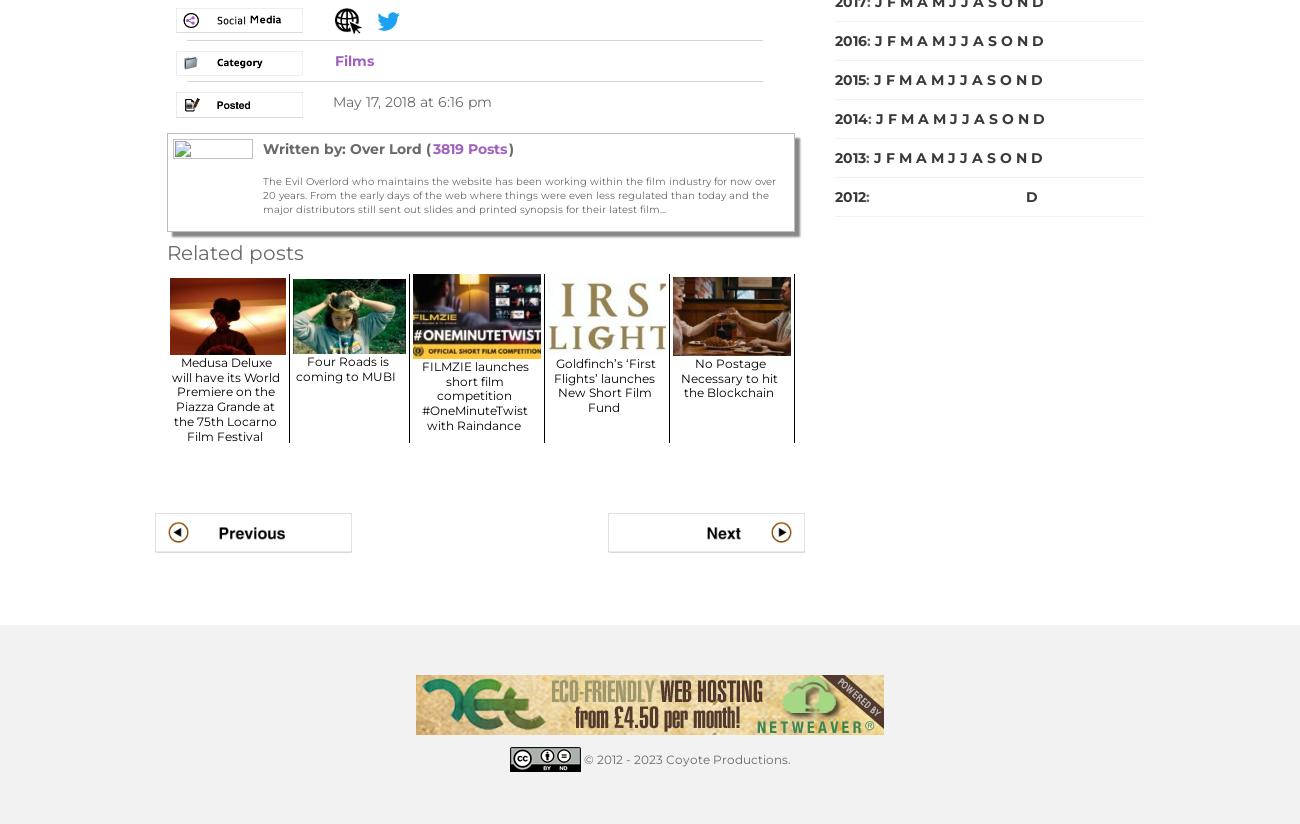 This screenshot has width=1300, height=824. I want to click on 'The Evil Overlord who maintains the website has been working within the film industry for now over 20 years. From the early days of the web where things were even less regulated than today and the major distributors still sent out slides and printed synopsis for their latest film...', so click(519, 195).